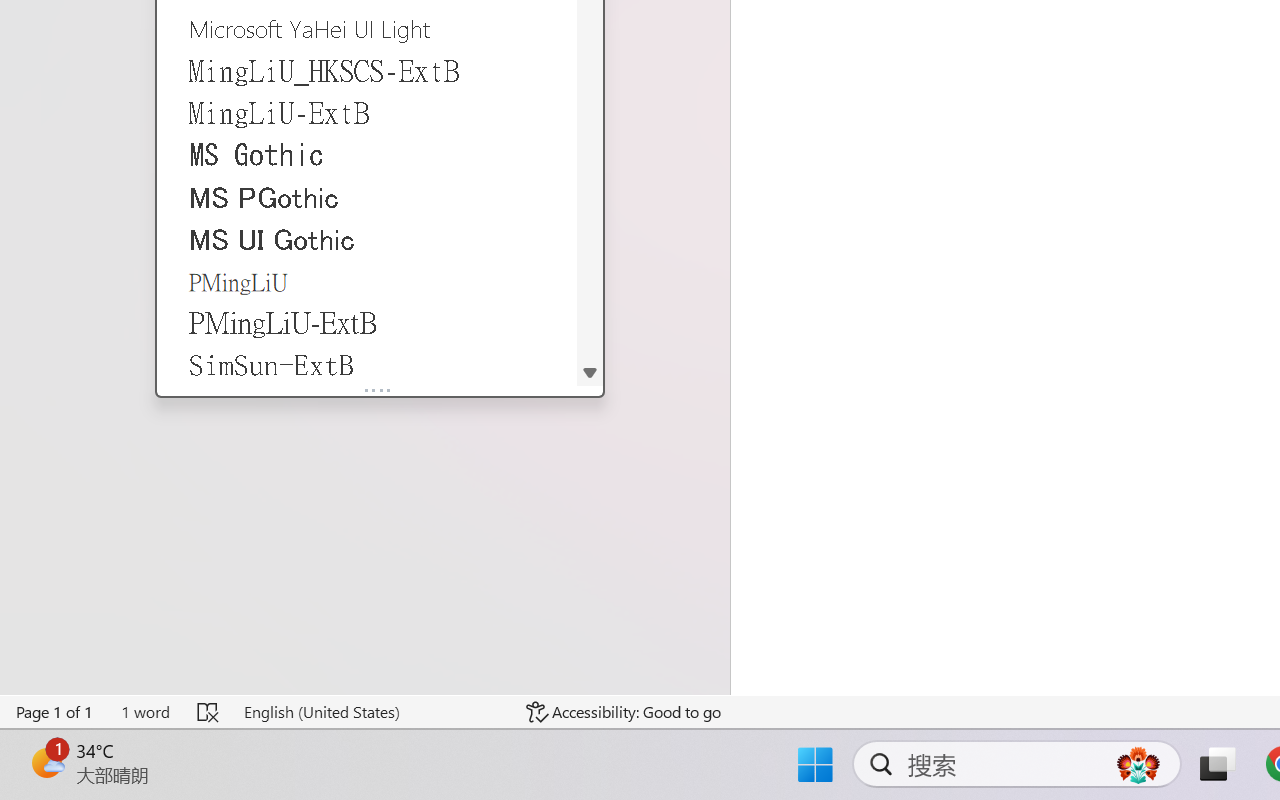  I want to click on 'PMingLiU', so click(367, 281).